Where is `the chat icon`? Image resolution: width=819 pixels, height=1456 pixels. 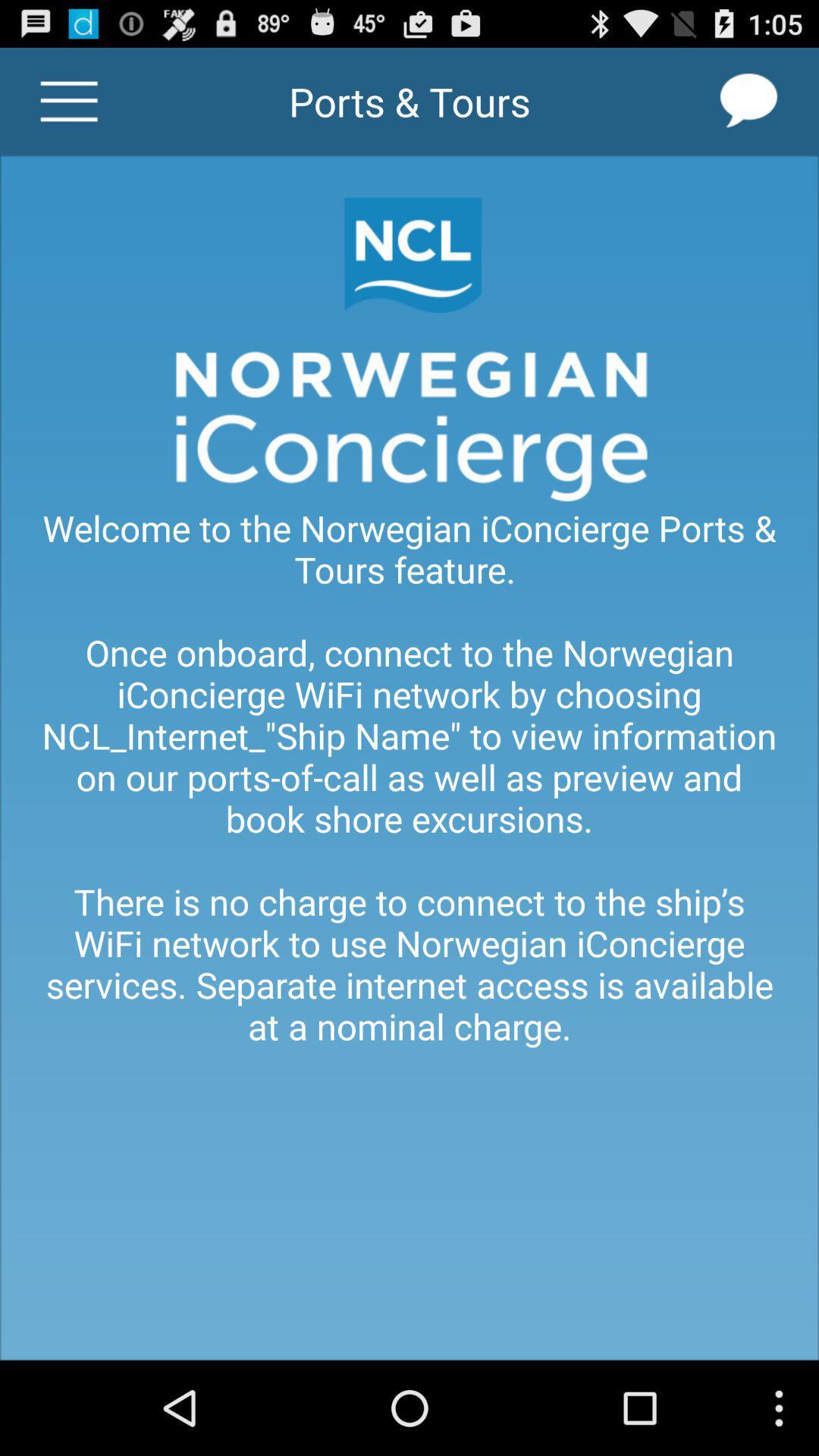 the chat icon is located at coordinates (748, 108).